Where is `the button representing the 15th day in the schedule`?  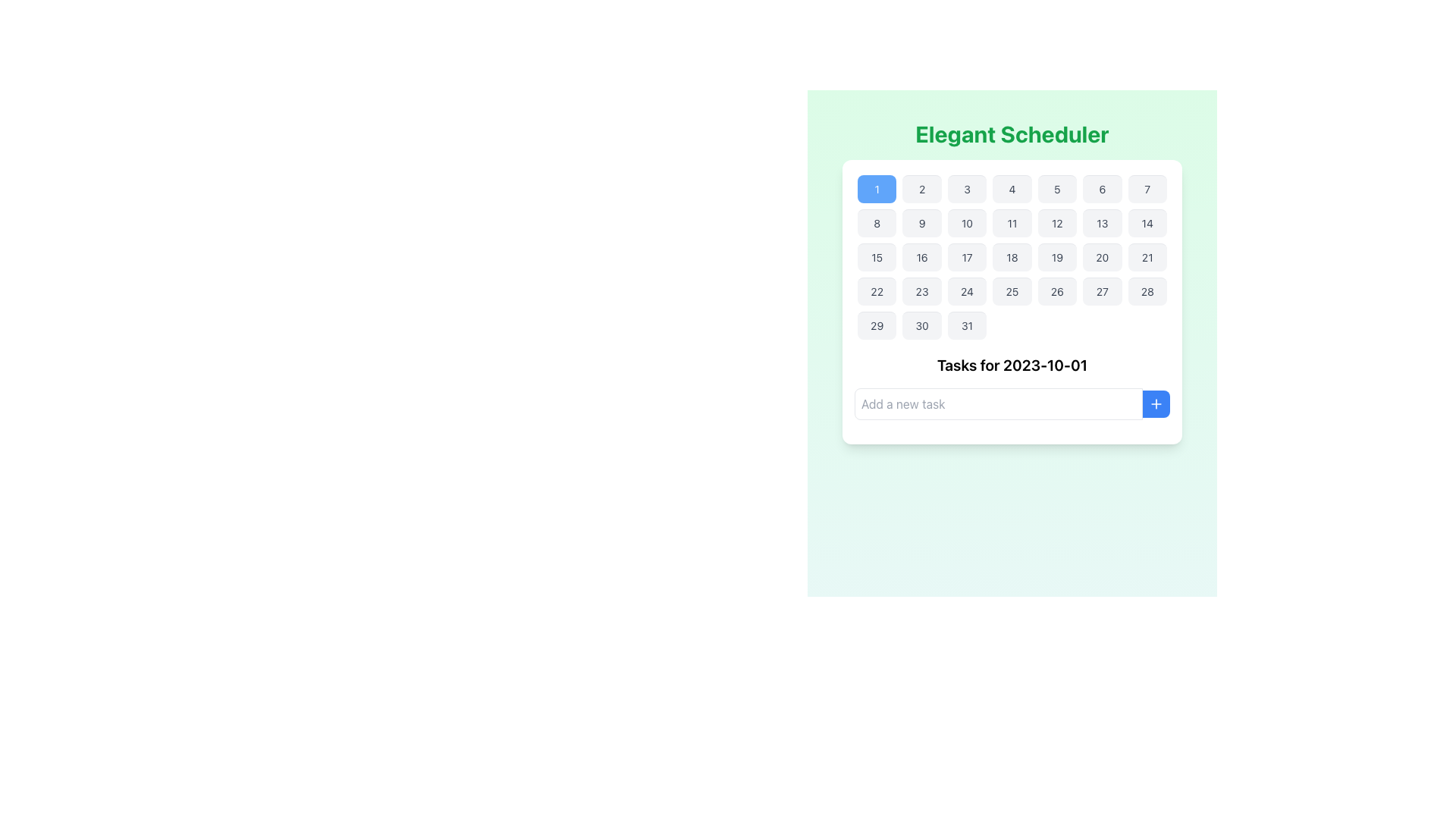
the button representing the 15th day in the schedule is located at coordinates (877, 256).